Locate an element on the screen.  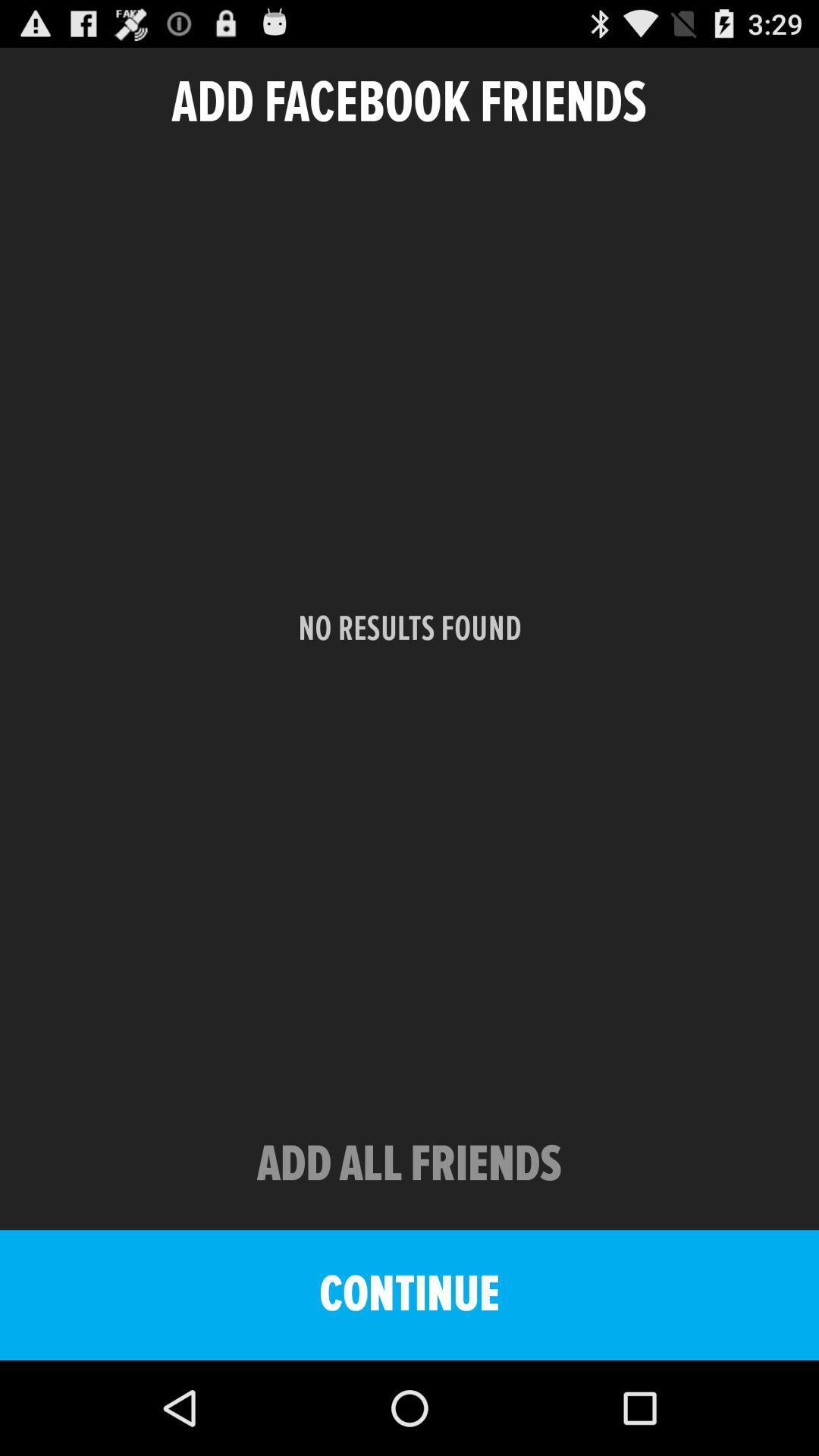
continue item is located at coordinates (409, 1294).